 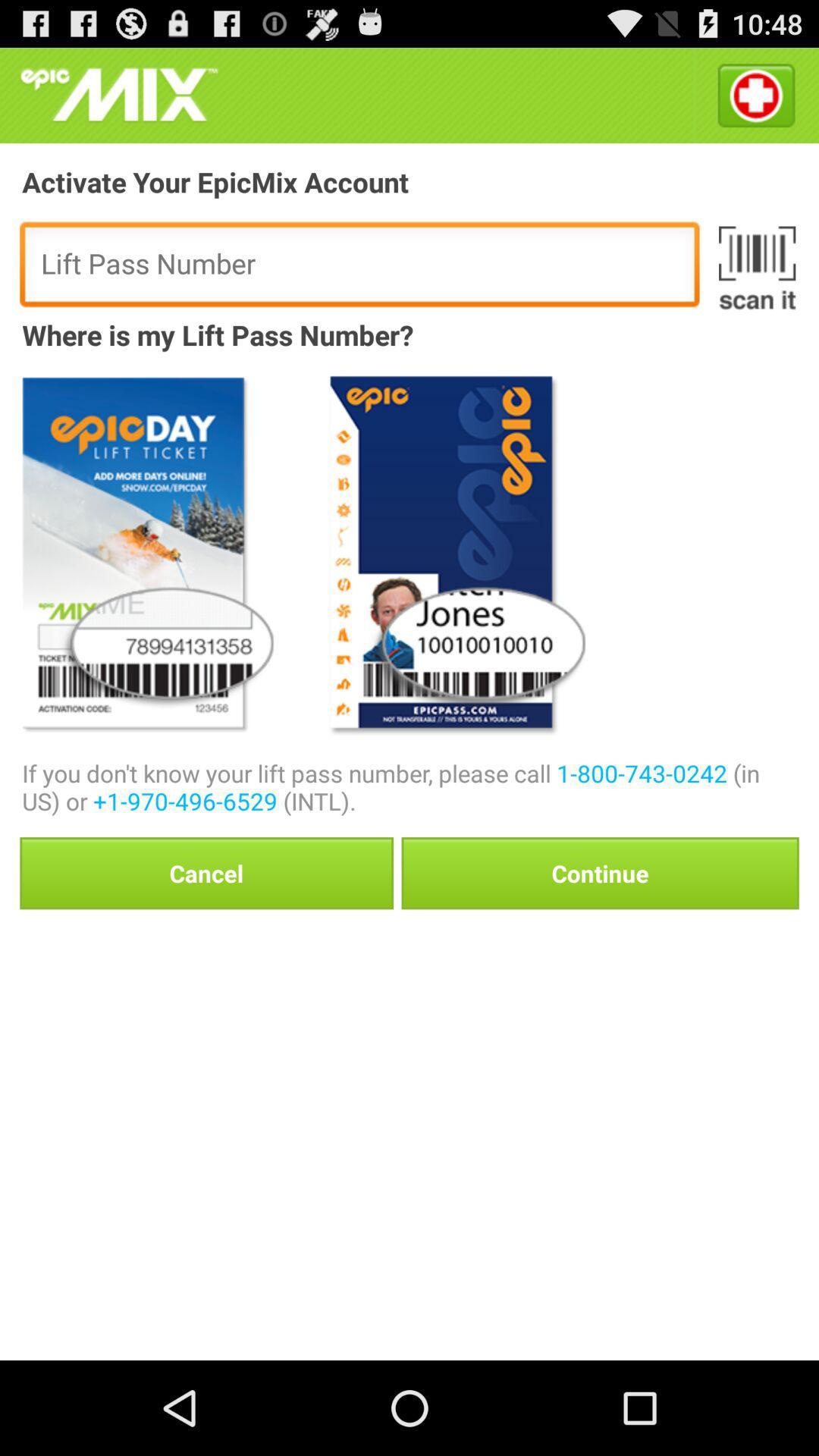 I want to click on item below the if you don item, so click(x=206, y=873).